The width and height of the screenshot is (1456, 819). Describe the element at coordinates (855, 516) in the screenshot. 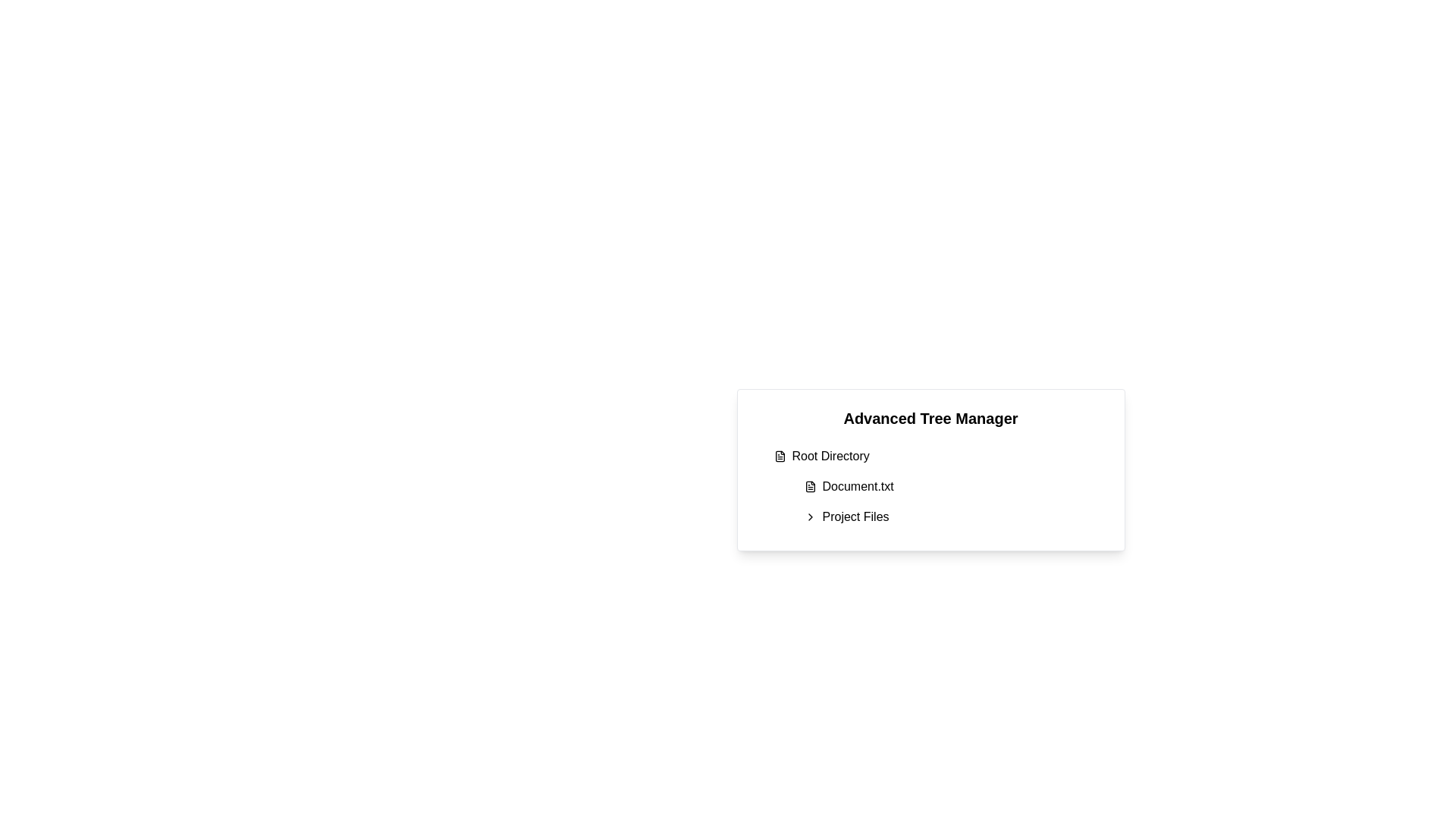

I see `the text label 'Project Files' located under 'Document.txt' in the tree navigation to trigger a tooltip or highlight effect` at that location.